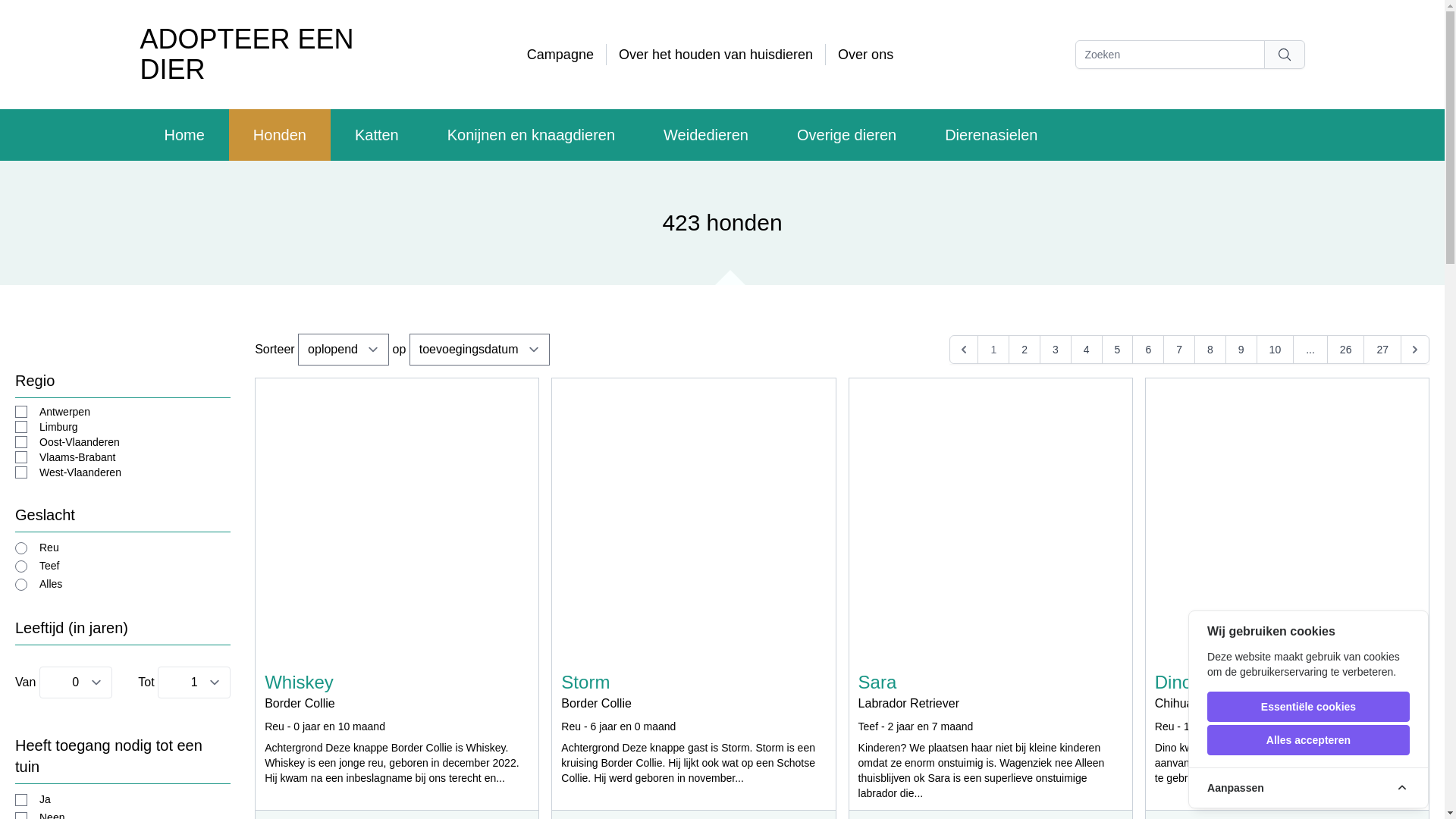 This screenshot has width=1456, height=819. What do you see at coordinates (1131, 350) in the screenshot?
I see `'6'` at bounding box center [1131, 350].